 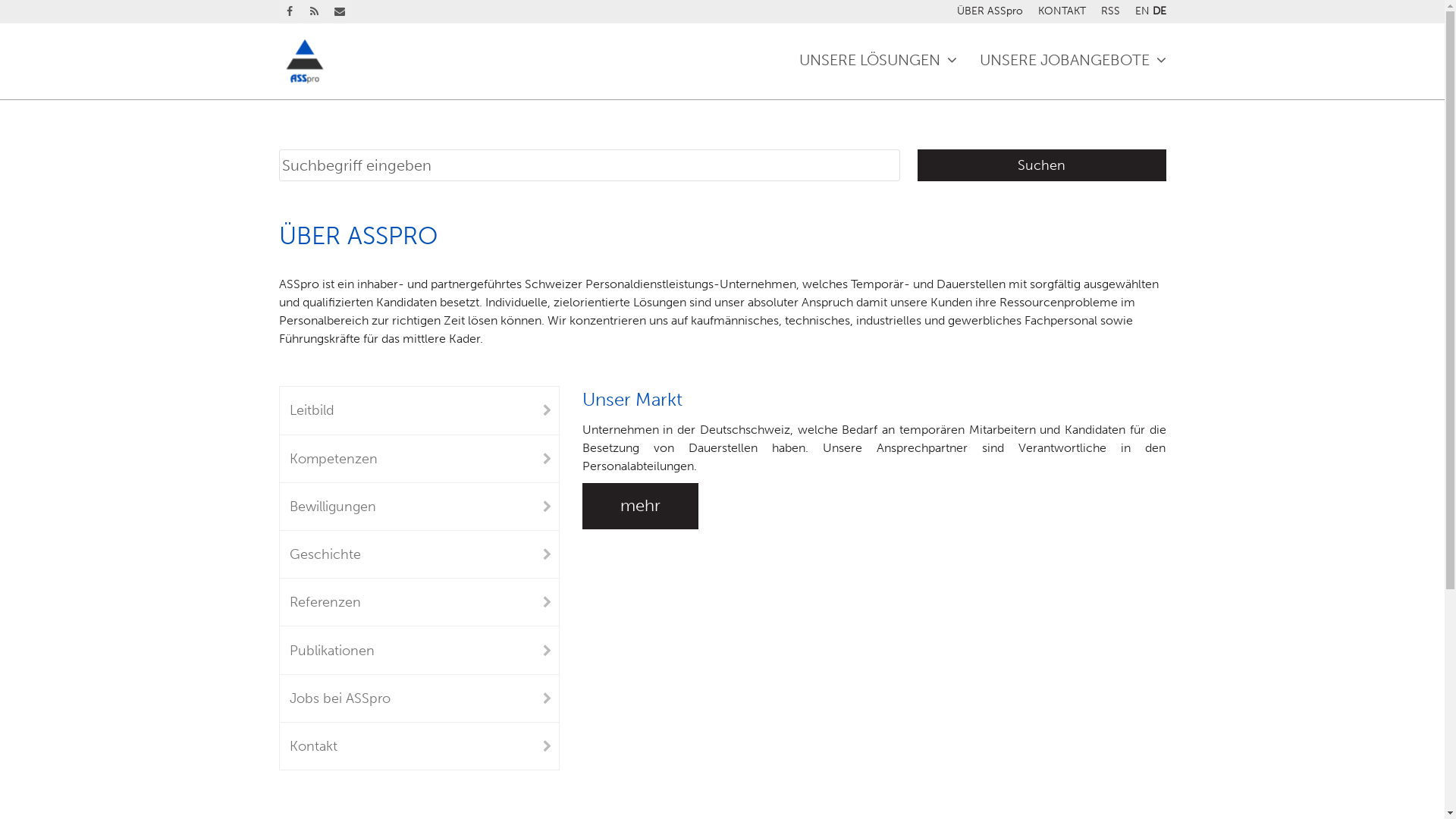 What do you see at coordinates (419, 409) in the screenshot?
I see `'Leitbild'` at bounding box center [419, 409].